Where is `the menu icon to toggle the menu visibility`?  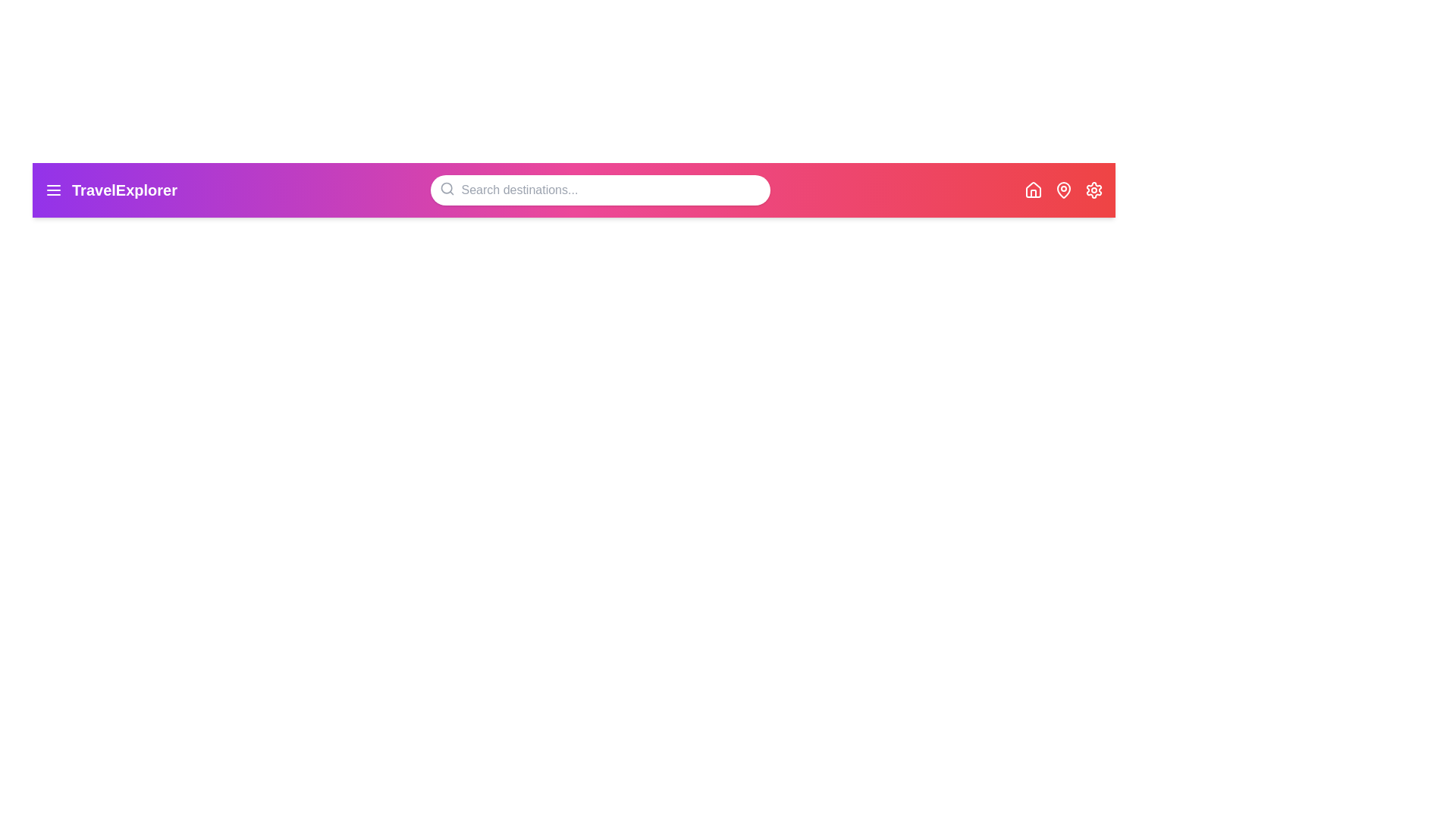
the menu icon to toggle the menu visibility is located at coordinates (54, 189).